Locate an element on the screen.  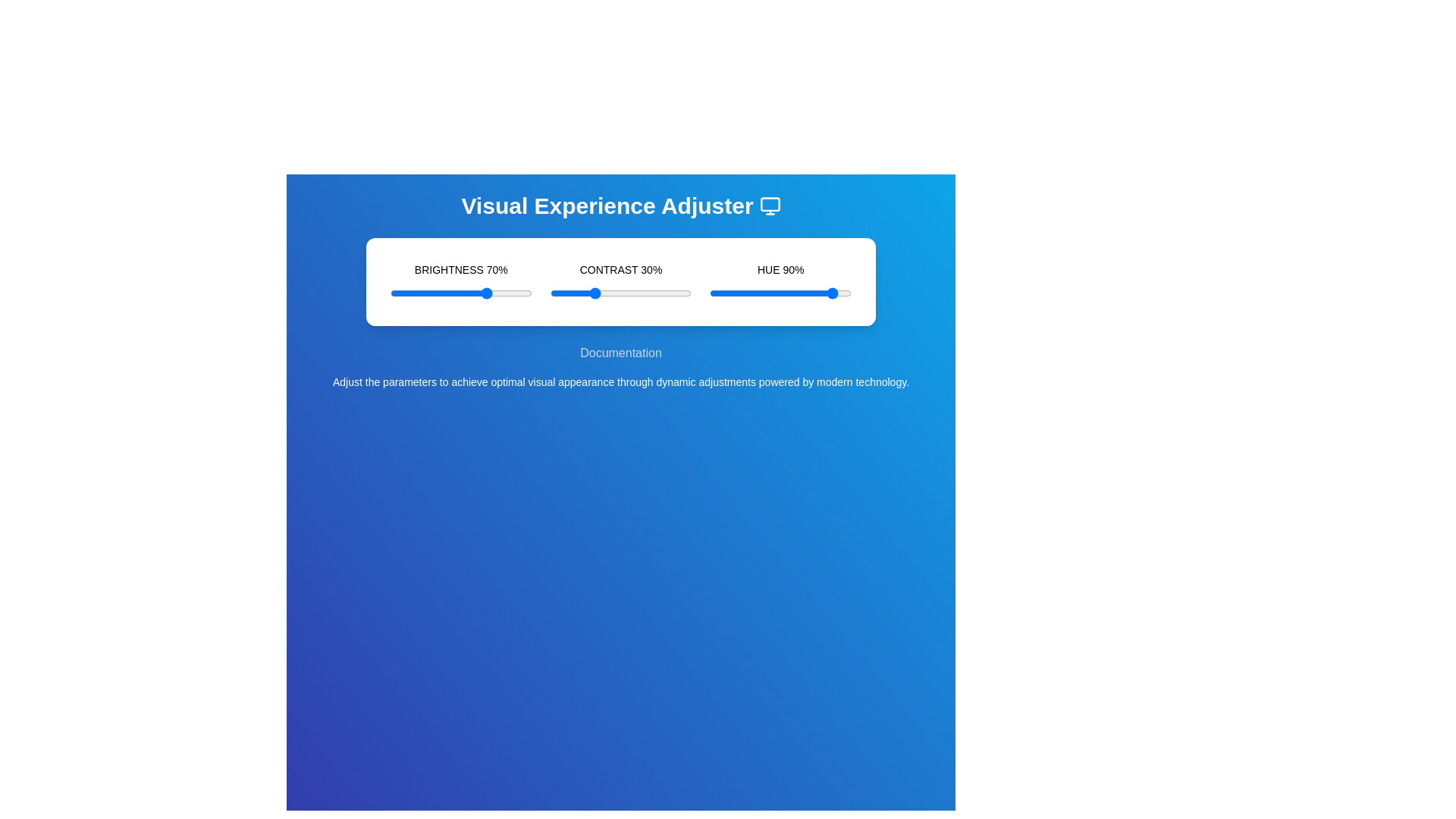
the brightness slider to set the brightness level to 84% is located at coordinates (509, 293).